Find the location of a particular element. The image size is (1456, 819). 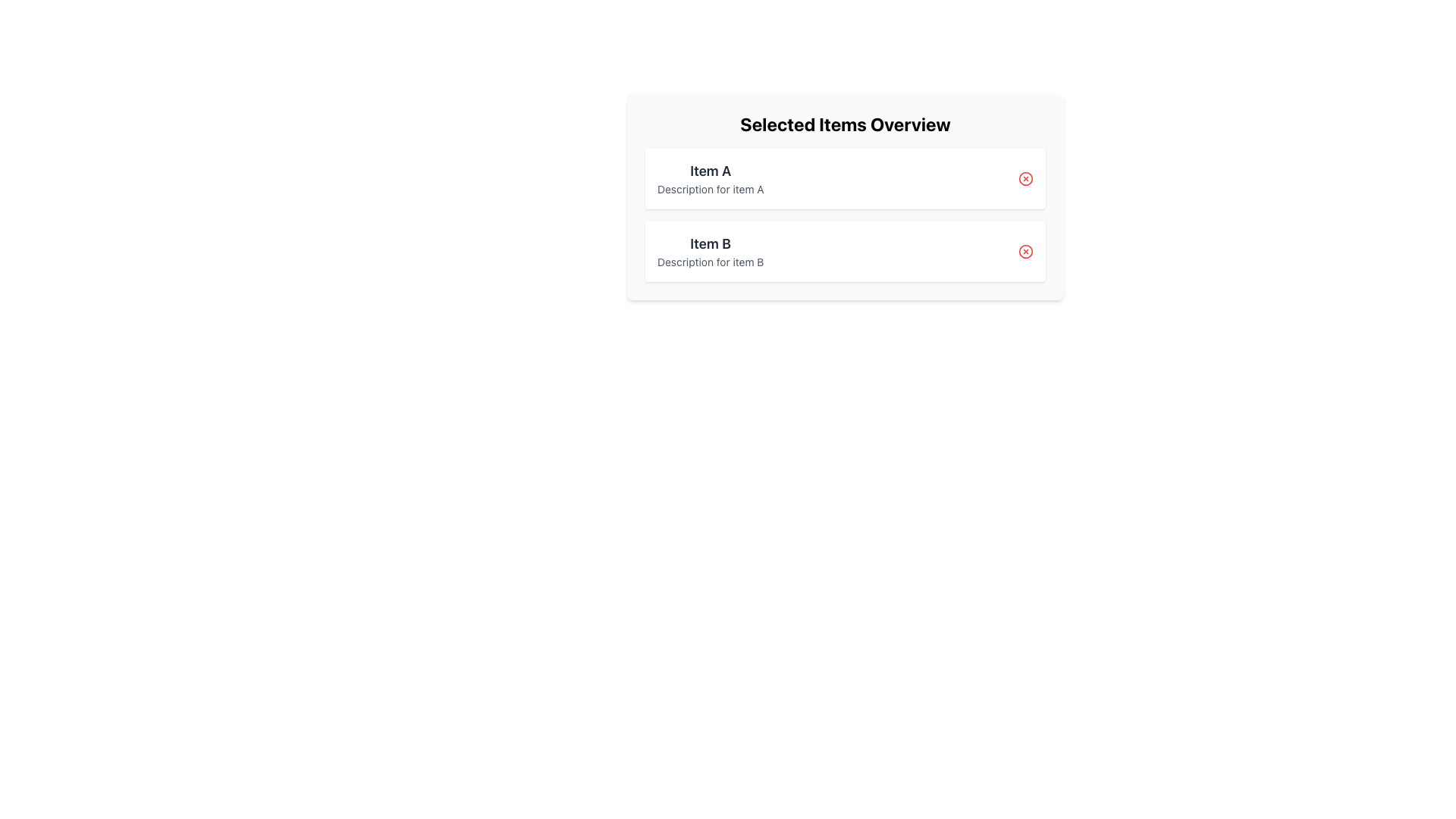

the List item displaying the details of 'Item B' is located at coordinates (710, 250).